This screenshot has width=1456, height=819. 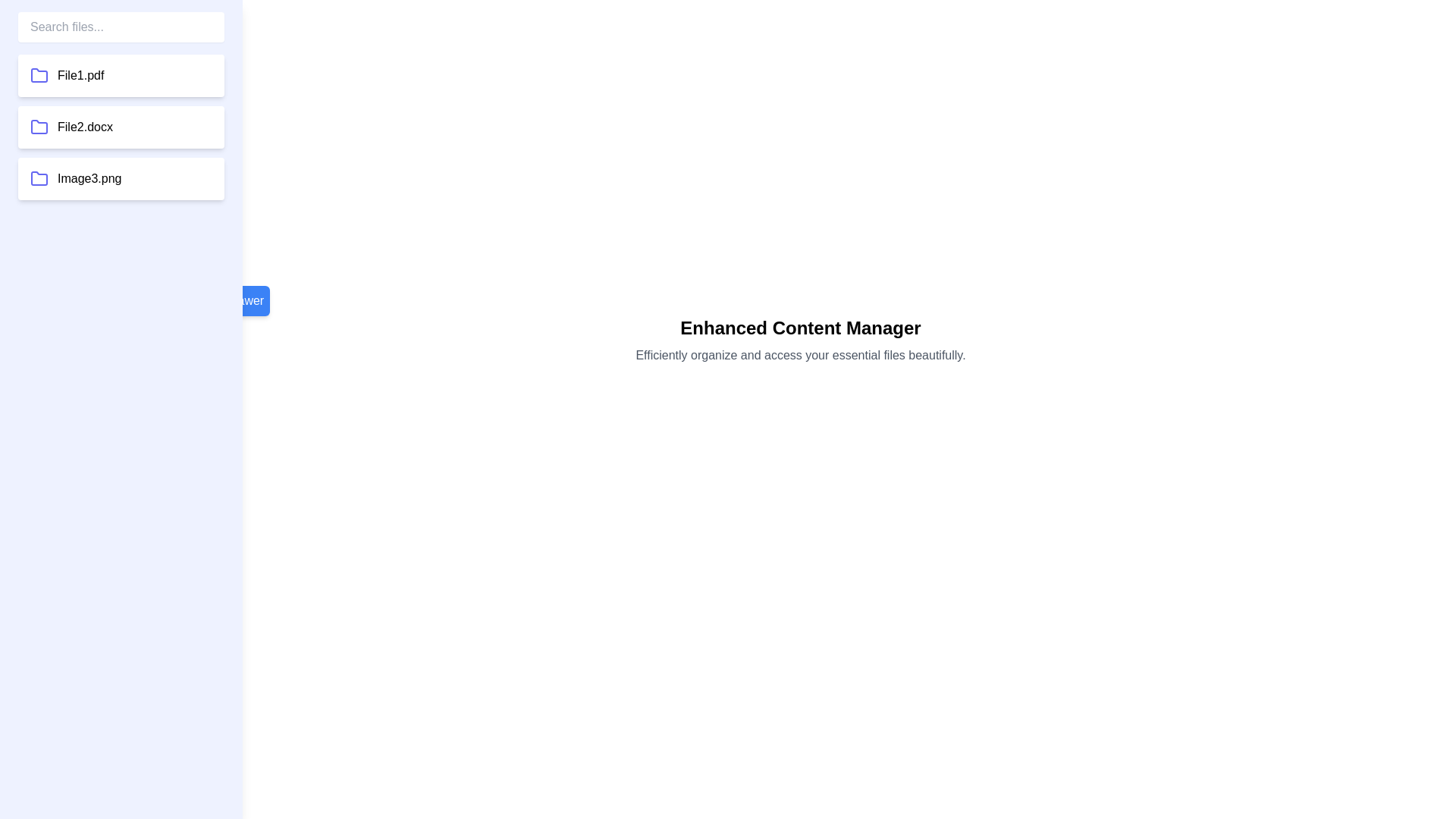 What do you see at coordinates (120, 76) in the screenshot?
I see `the file File1.pdf from the list in the drawer` at bounding box center [120, 76].